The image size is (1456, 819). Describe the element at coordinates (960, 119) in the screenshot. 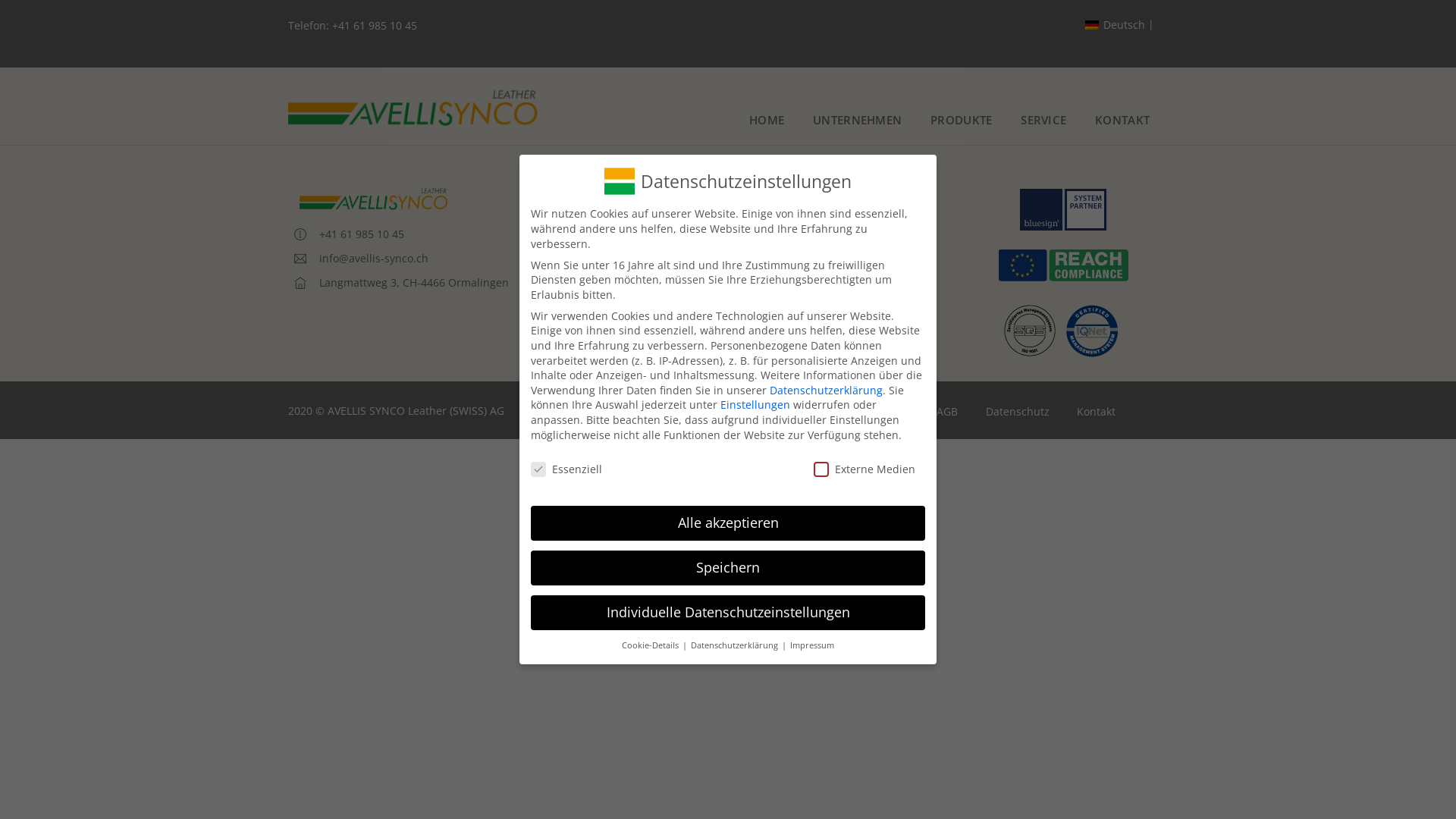

I see `'PRODUKTE'` at that location.